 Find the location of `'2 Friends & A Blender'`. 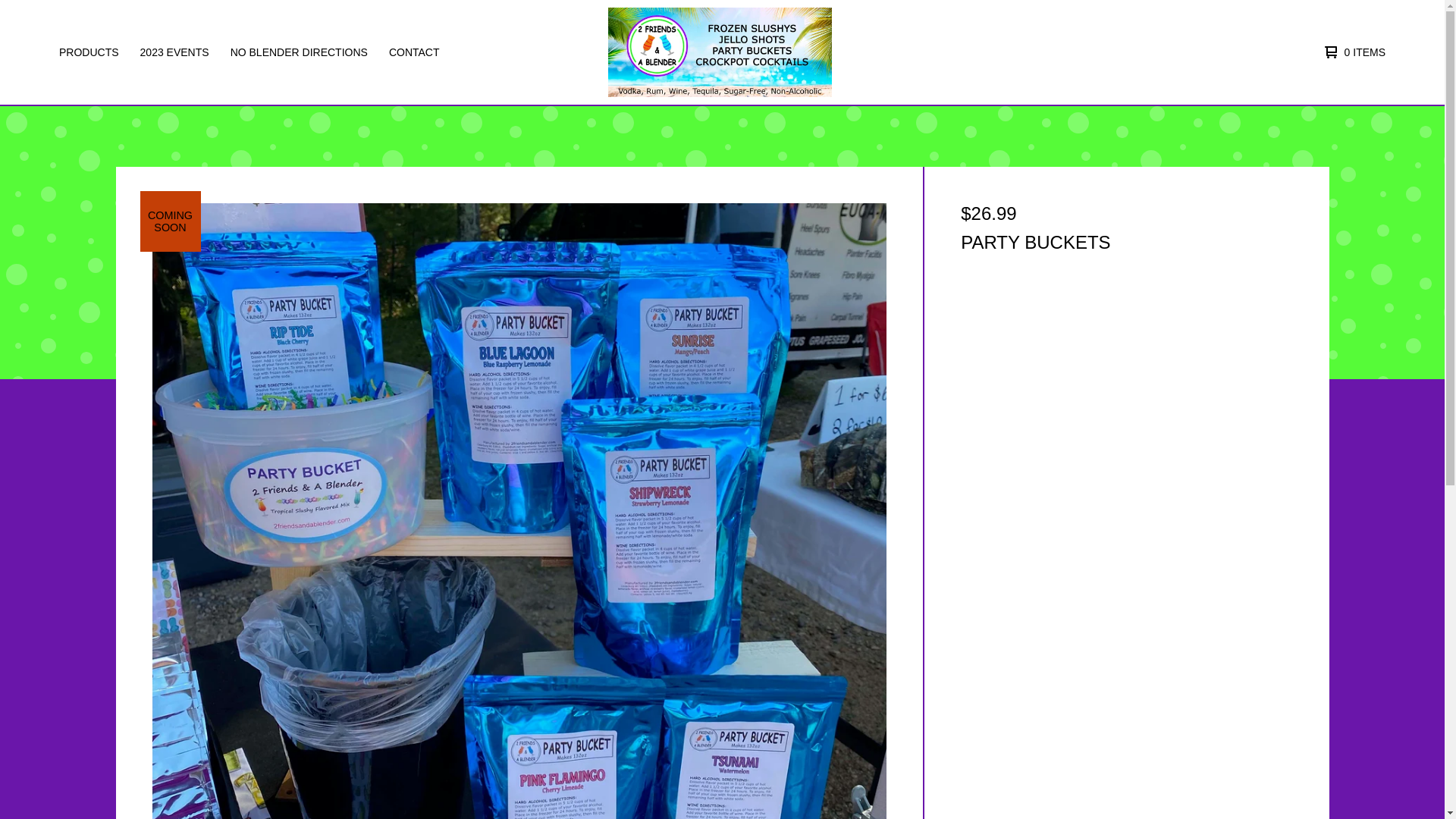

'2 Friends & A Blender' is located at coordinates (719, 52).